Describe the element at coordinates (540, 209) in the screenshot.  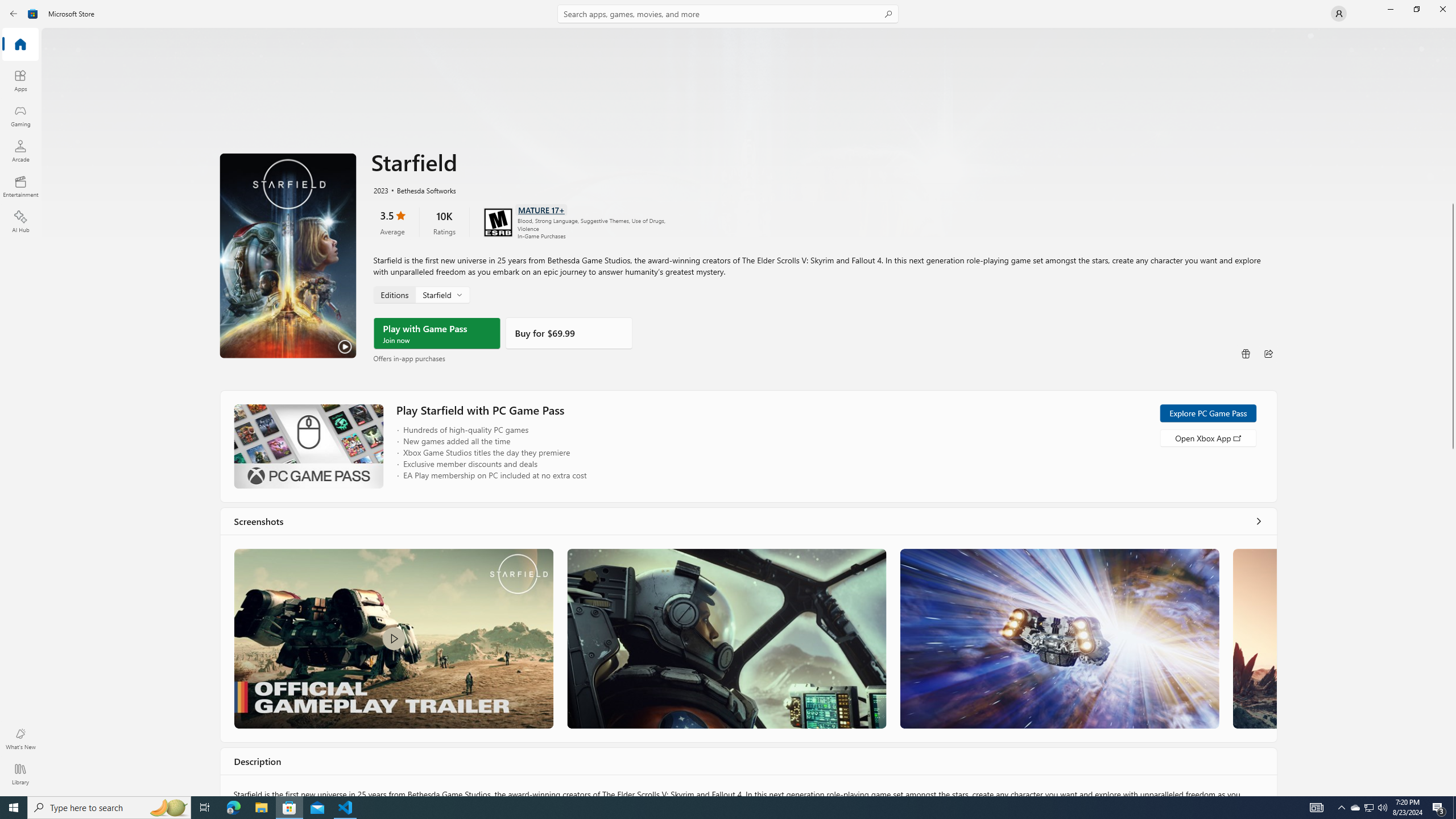
I see `'Age rating: MATURE 17+. Click for more information.'` at that location.